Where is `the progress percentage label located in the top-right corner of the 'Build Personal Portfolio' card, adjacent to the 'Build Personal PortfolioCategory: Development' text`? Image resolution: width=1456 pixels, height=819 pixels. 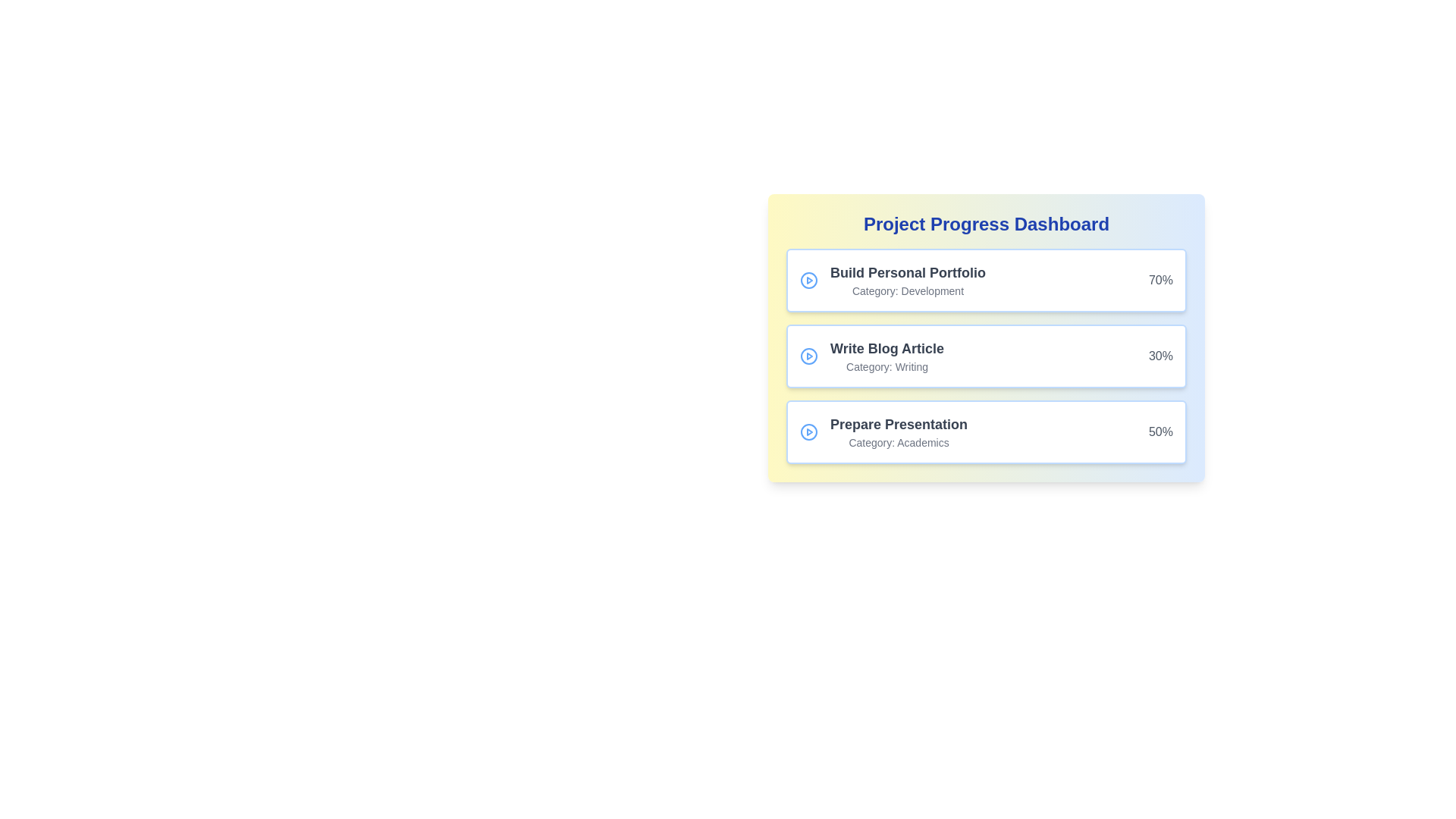 the progress percentage label located in the top-right corner of the 'Build Personal Portfolio' card, adjacent to the 'Build Personal PortfolioCategory: Development' text is located at coordinates (1160, 281).